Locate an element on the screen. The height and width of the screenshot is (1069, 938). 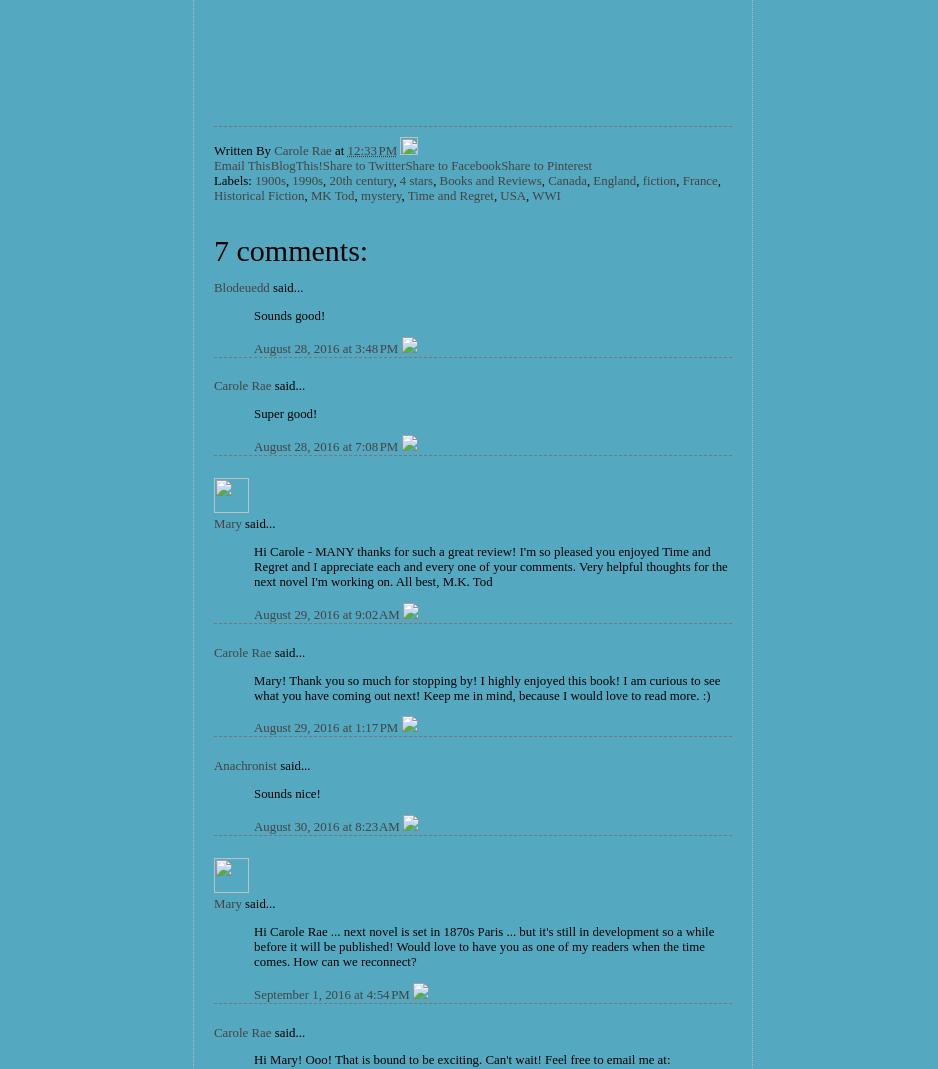
'August 29, 2016 at 9:02 AM' is located at coordinates (327, 614).